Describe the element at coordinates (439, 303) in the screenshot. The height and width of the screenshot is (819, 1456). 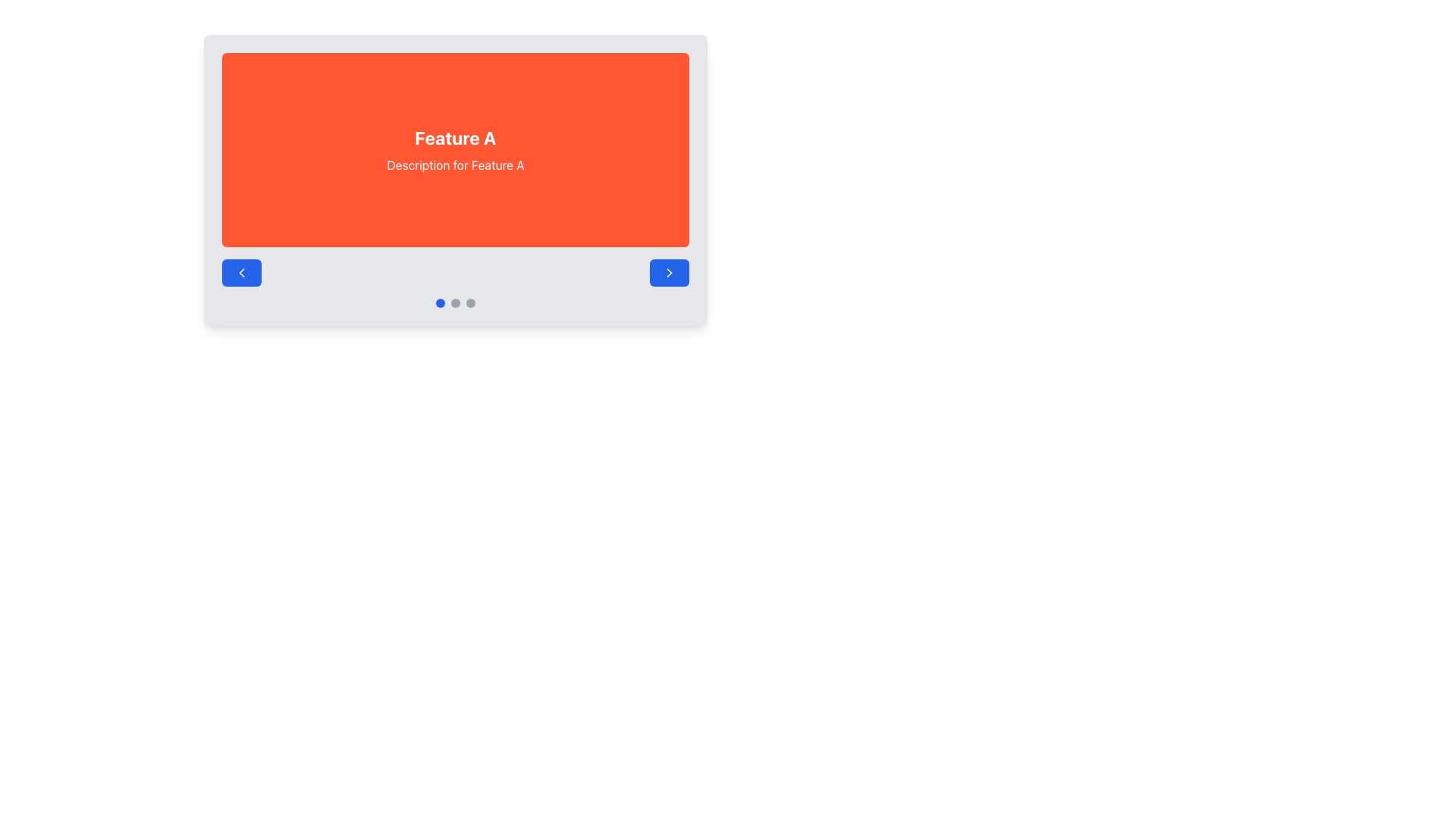
I see `the leftmost blue Indicator Dot among the trio of circular navigation indicators at the center bottom of the card-like interface to change the active page` at that location.